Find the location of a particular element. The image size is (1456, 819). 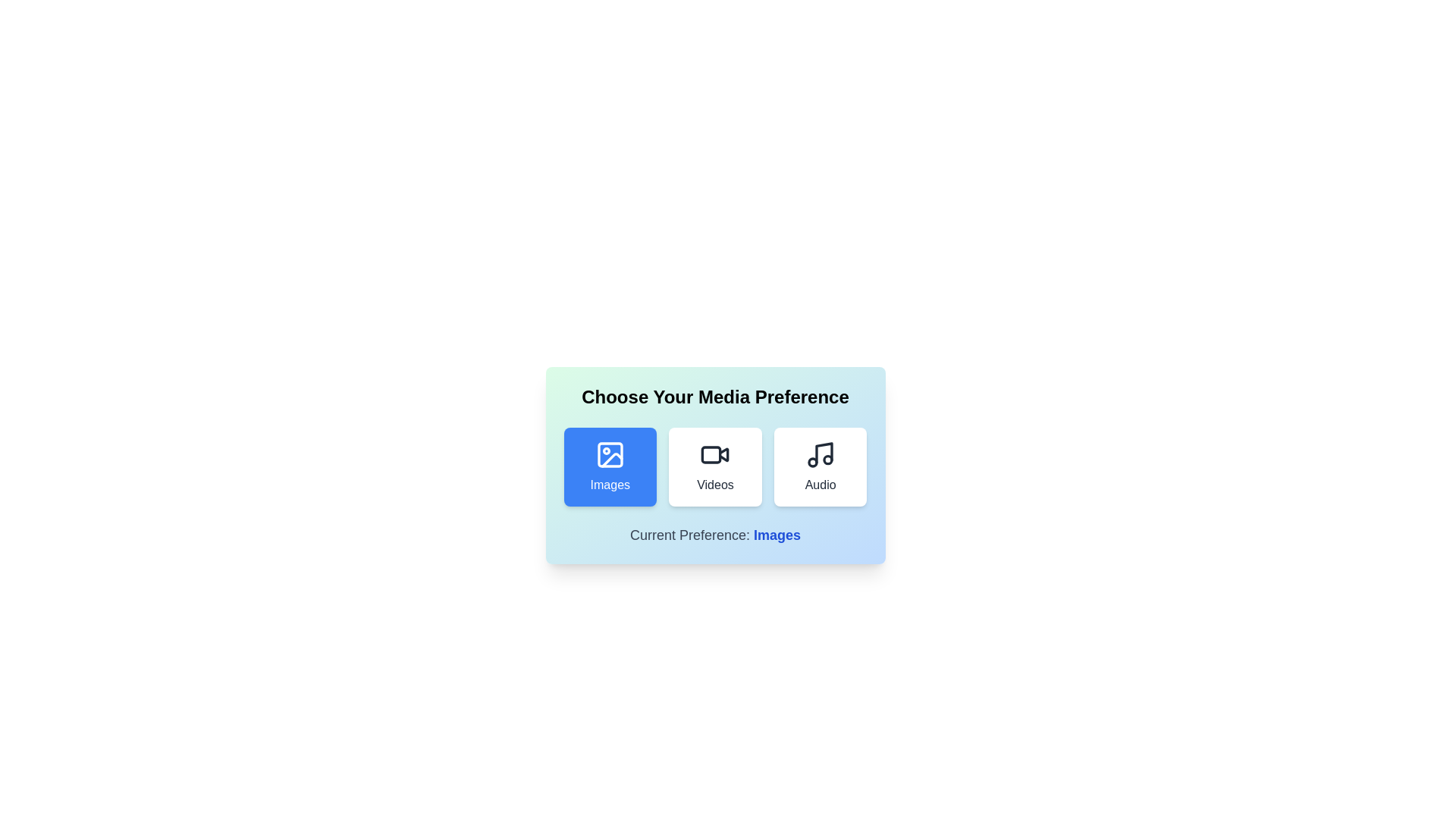

the media preference Audio by clicking on the corresponding button is located at coordinates (819, 466).